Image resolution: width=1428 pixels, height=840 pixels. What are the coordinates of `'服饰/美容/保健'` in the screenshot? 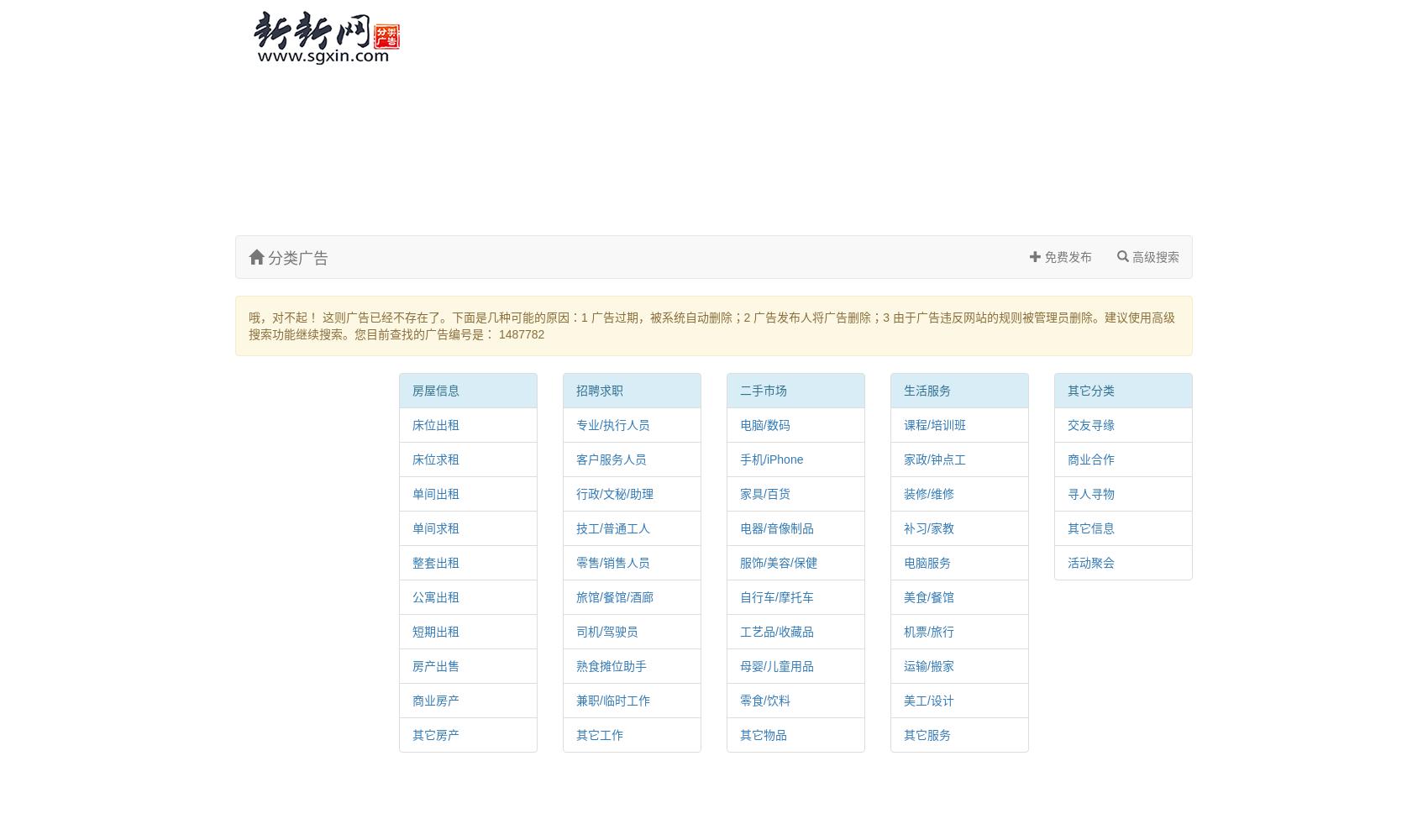 It's located at (778, 563).